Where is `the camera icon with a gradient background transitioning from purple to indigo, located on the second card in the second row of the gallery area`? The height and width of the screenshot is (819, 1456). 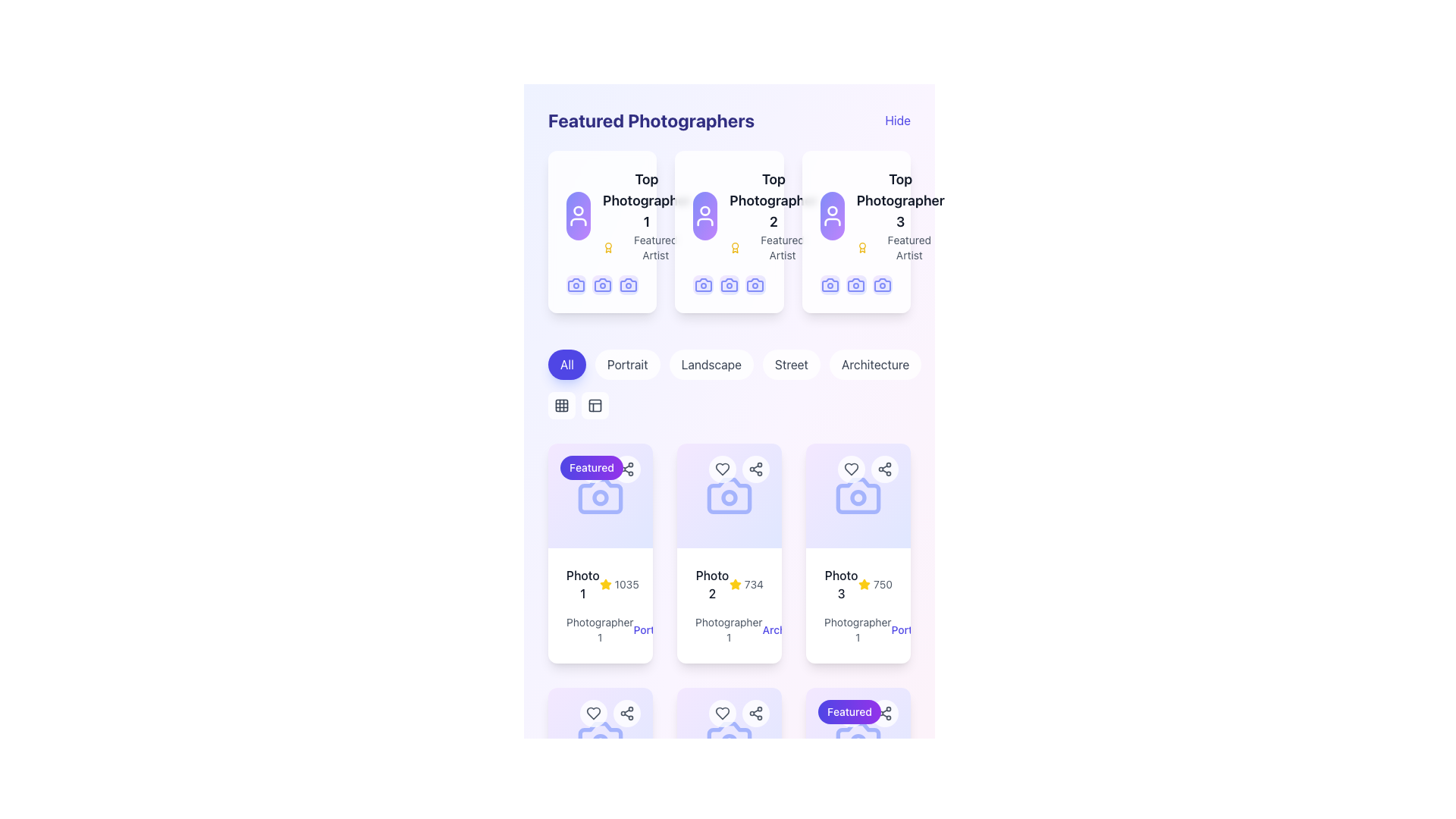 the camera icon with a gradient background transitioning from purple to indigo, located on the second card in the second row of the gallery area is located at coordinates (729, 496).